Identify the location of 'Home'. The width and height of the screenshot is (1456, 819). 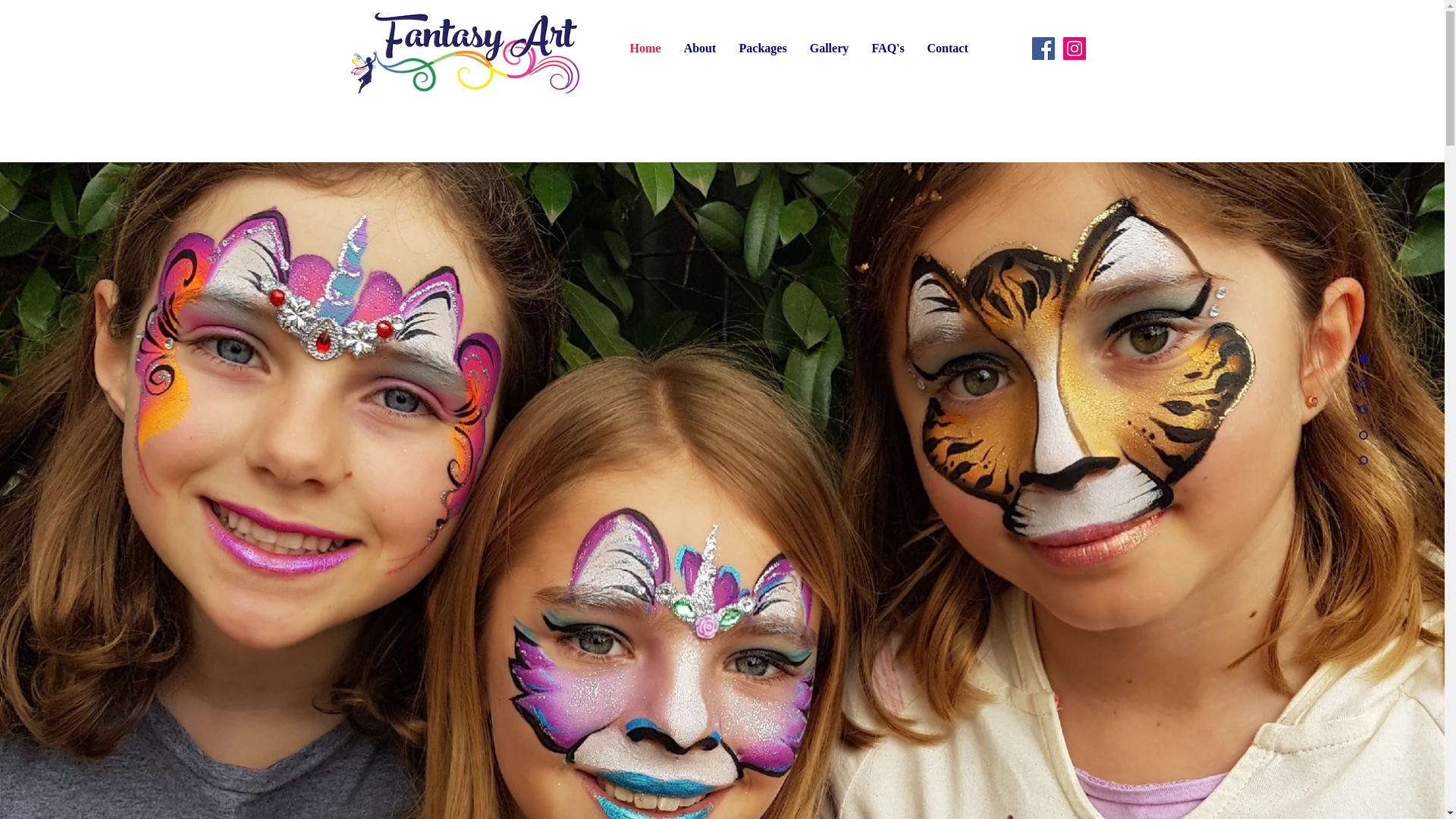
(619, 48).